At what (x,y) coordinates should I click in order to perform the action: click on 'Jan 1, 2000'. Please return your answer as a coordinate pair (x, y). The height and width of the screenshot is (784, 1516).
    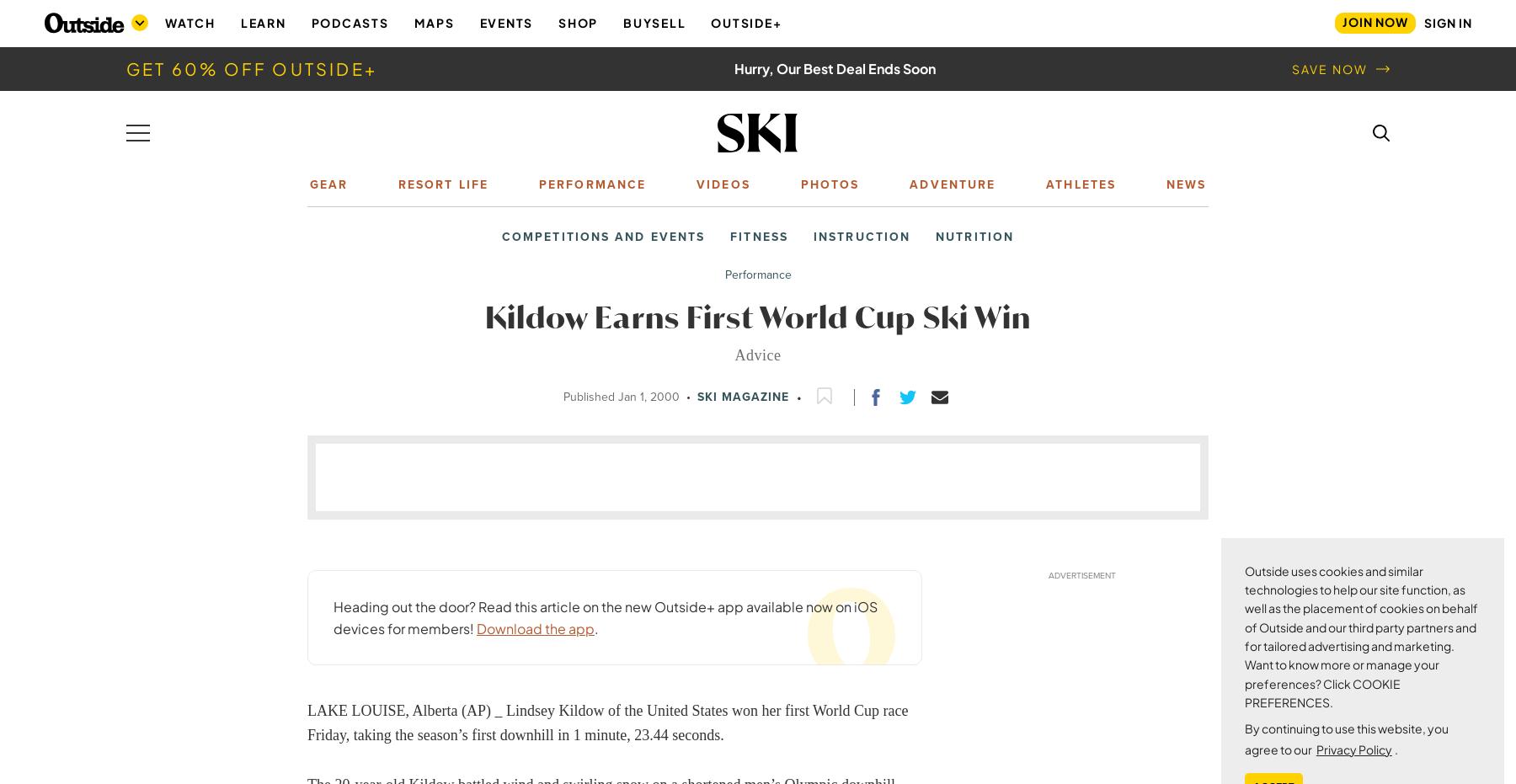
    Looking at the image, I should click on (648, 397).